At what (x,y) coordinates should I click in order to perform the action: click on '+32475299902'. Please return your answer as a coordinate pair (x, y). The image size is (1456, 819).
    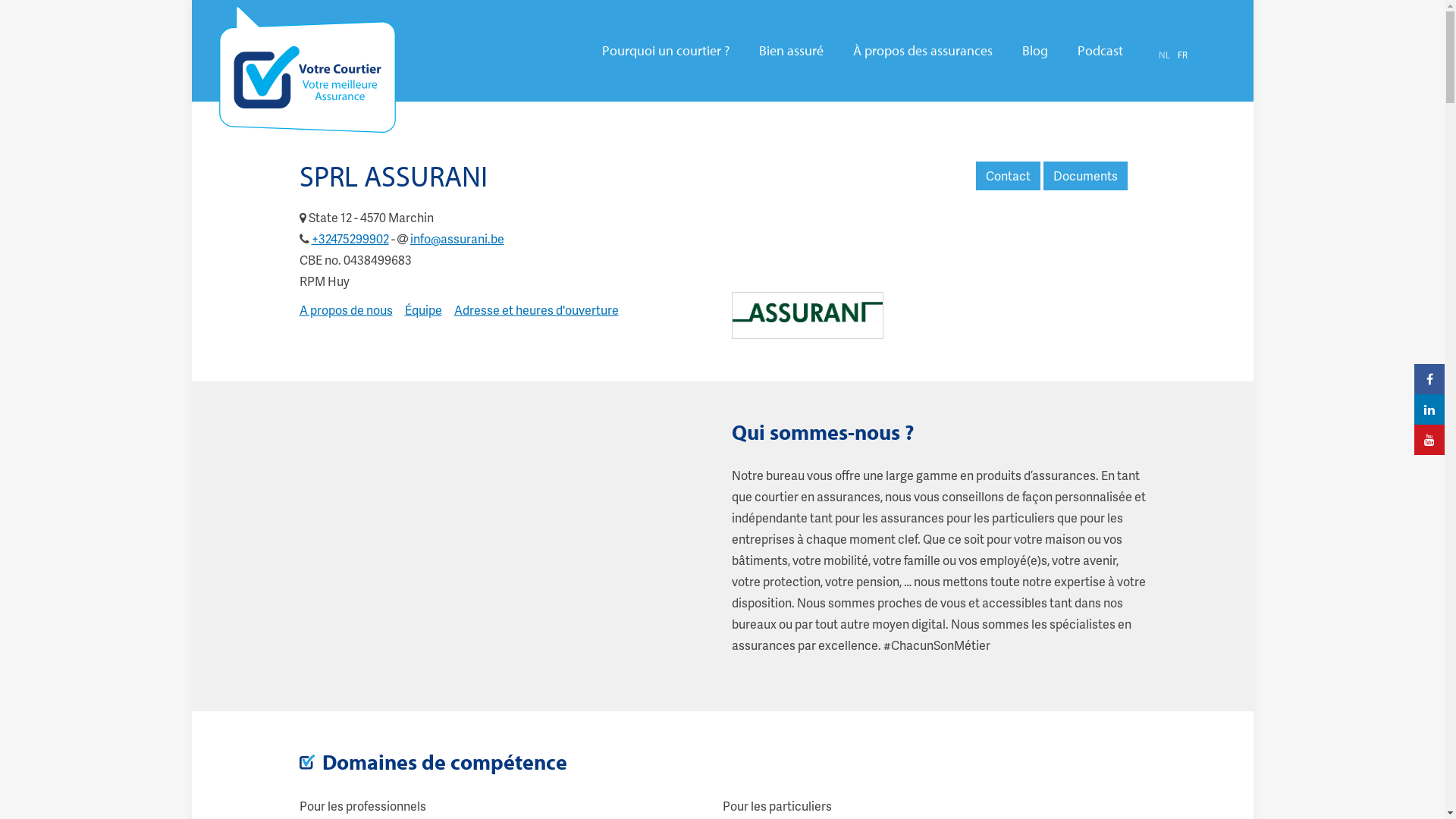
    Looking at the image, I should click on (348, 238).